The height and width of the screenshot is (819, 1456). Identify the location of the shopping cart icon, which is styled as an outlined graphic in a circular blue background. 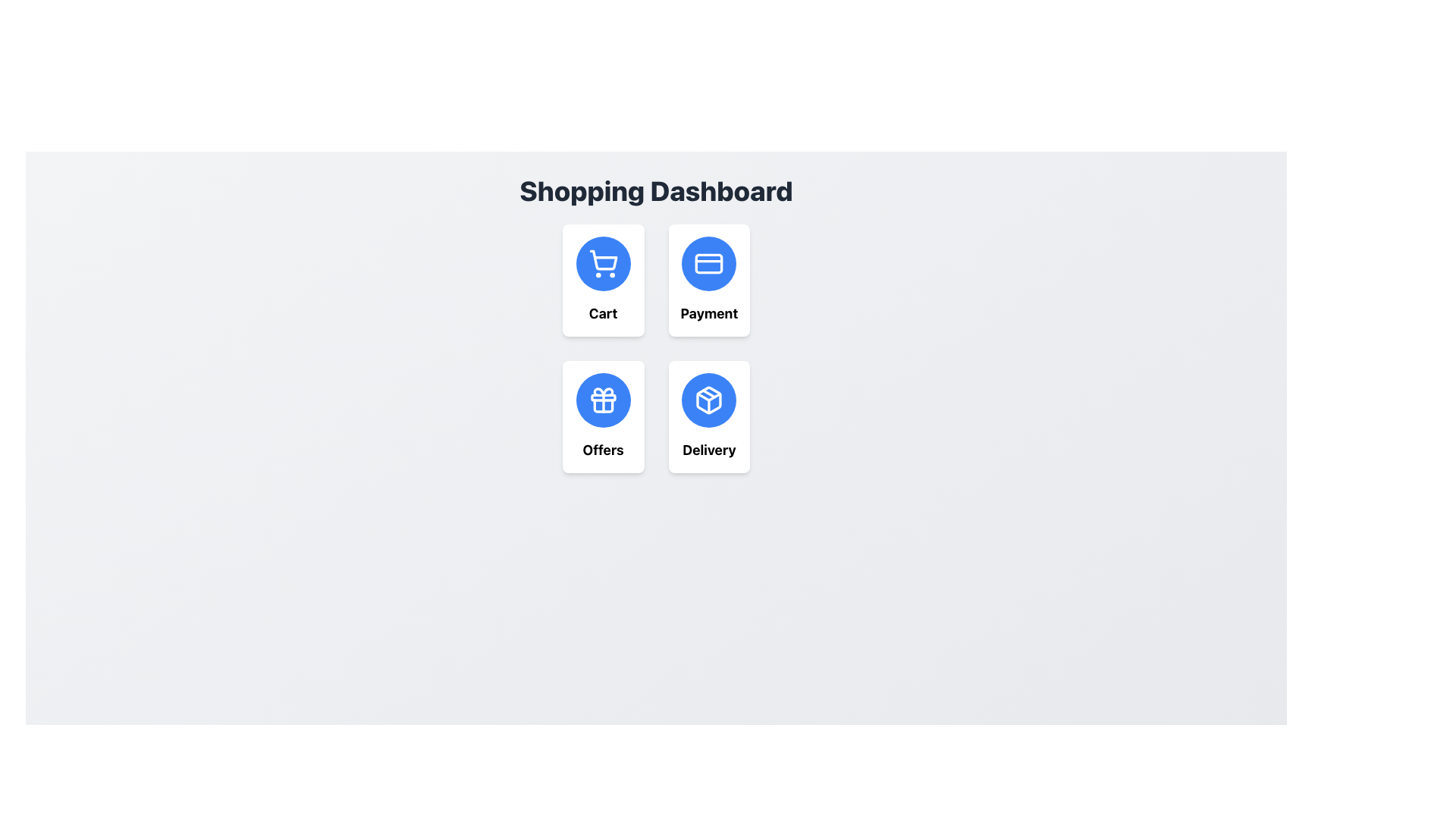
(602, 262).